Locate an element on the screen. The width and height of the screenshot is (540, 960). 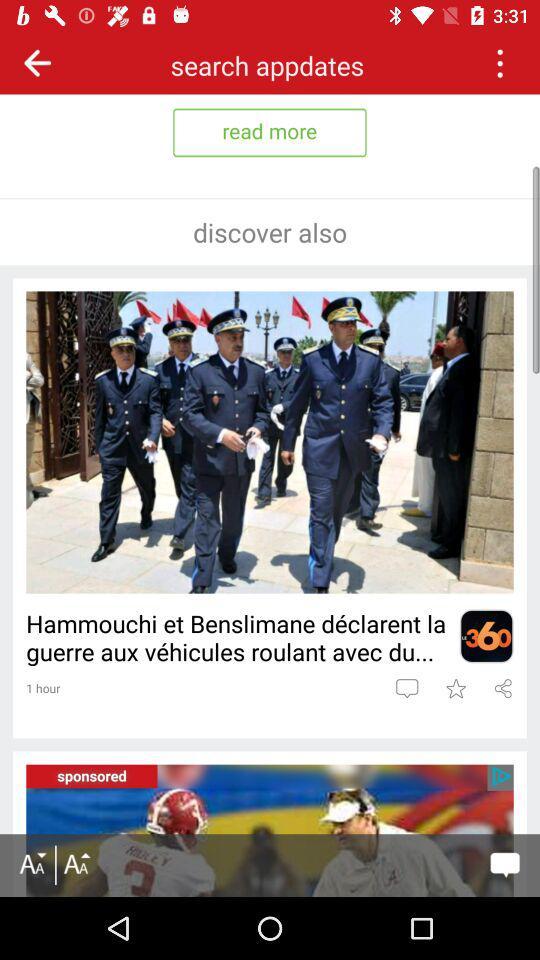
the more icon is located at coordinates (498, 62).